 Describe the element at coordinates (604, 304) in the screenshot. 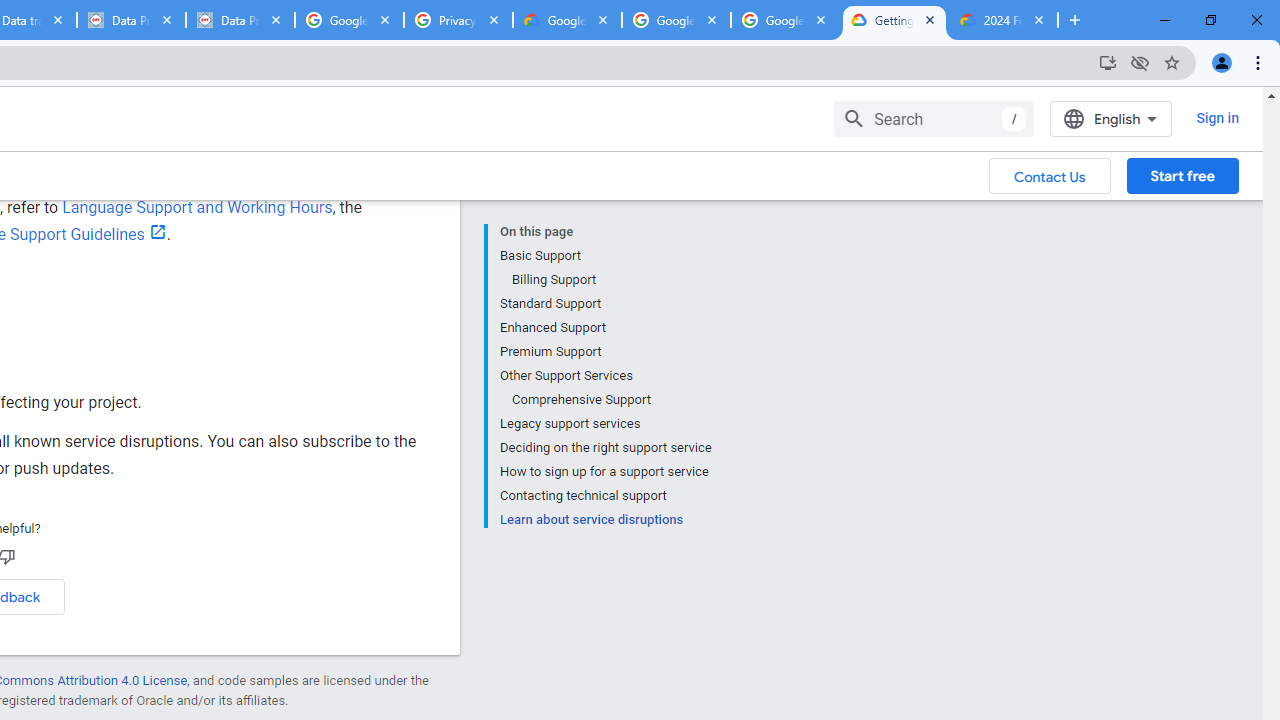

I see `'Standard Support'` at that location.